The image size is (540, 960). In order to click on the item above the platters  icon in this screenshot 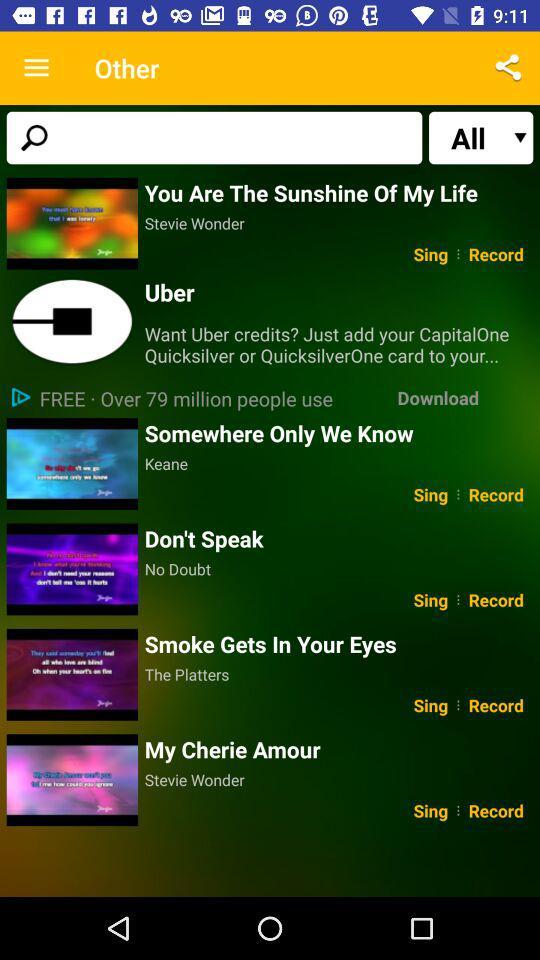, I will do `click(338, 643)`.